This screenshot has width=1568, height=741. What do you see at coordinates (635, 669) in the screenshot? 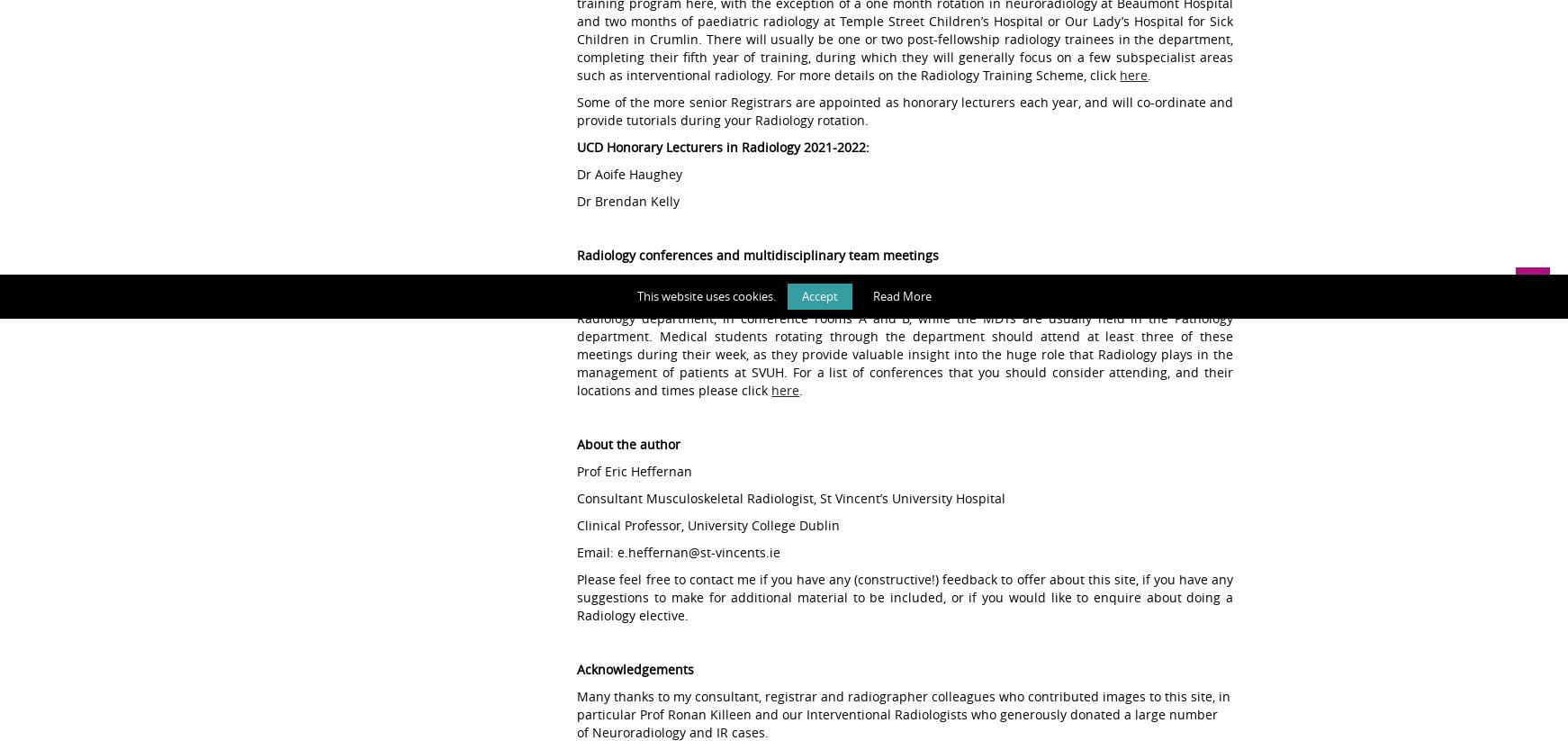
I see `'Acknowledgements'` at bounding box center [635, 669].